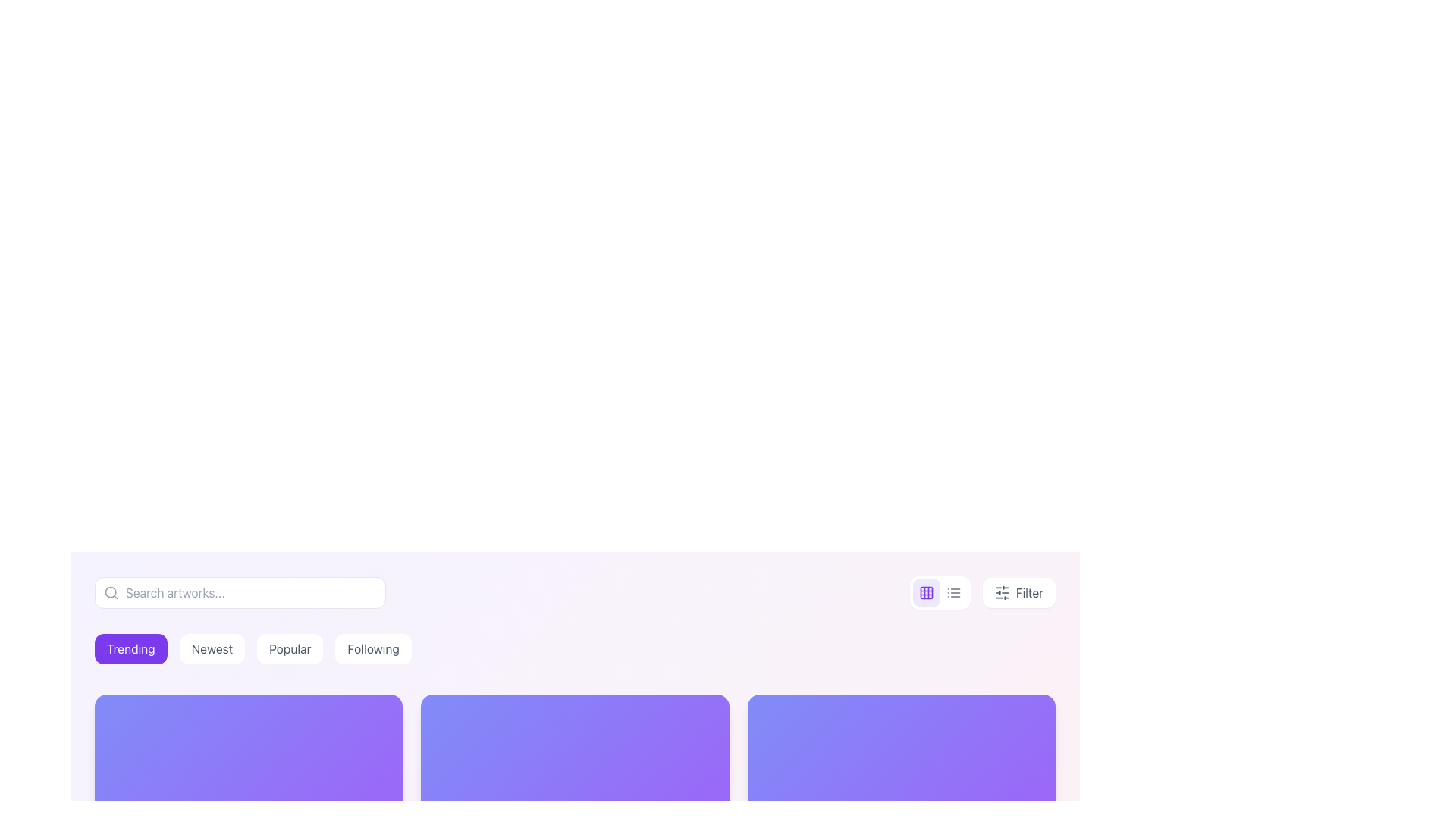  I want to click on the filter icon located to the left of the 'Filter' text in the top-right corner of the interface, so click(1002, 592).